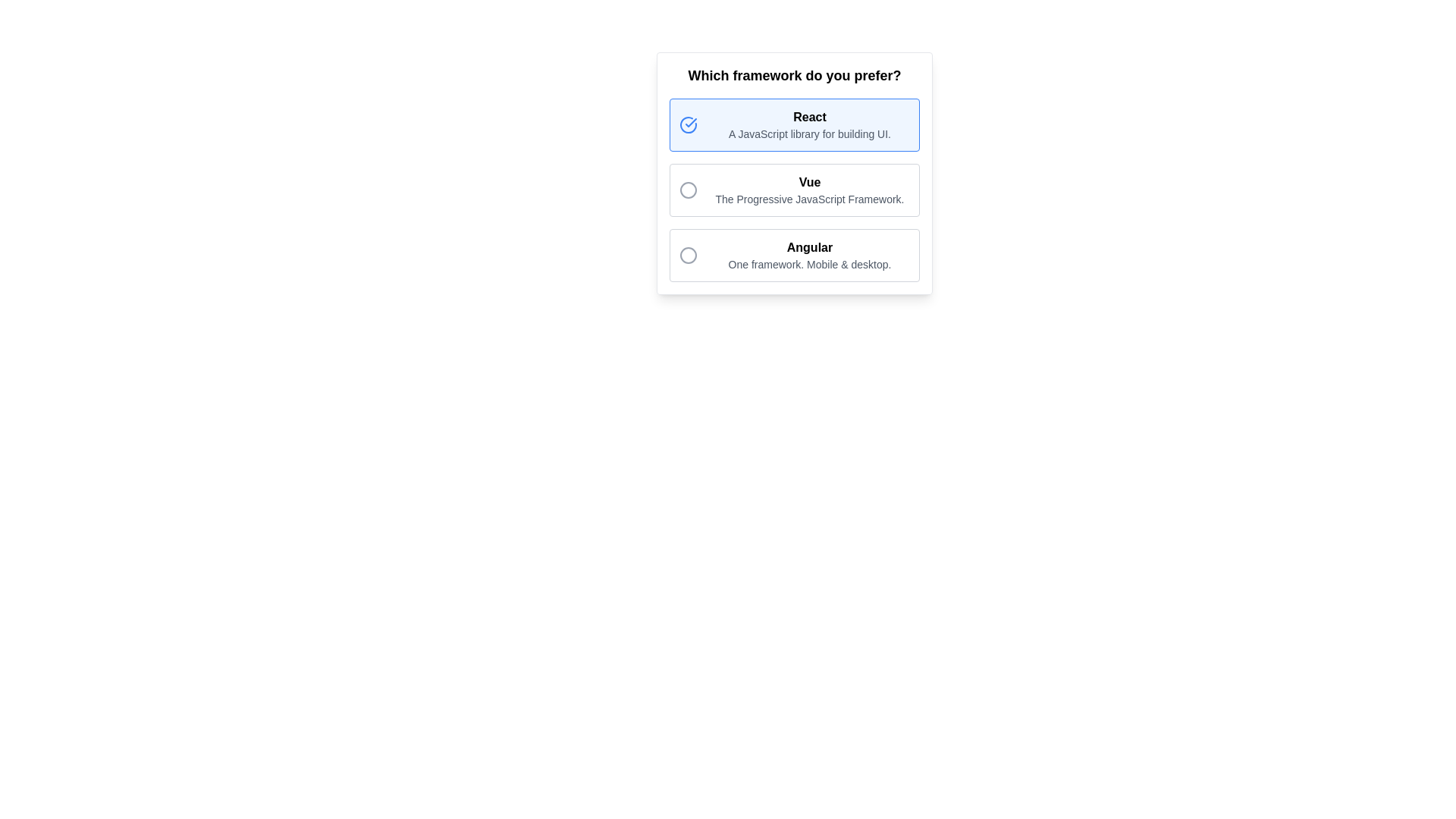 Image resolution: width=1456 pixels, height=819 pixels. I want to click on the radio button indicator for selecting the framework 'Vue' located in the second option row of the framework selection card, so click(687, 189).